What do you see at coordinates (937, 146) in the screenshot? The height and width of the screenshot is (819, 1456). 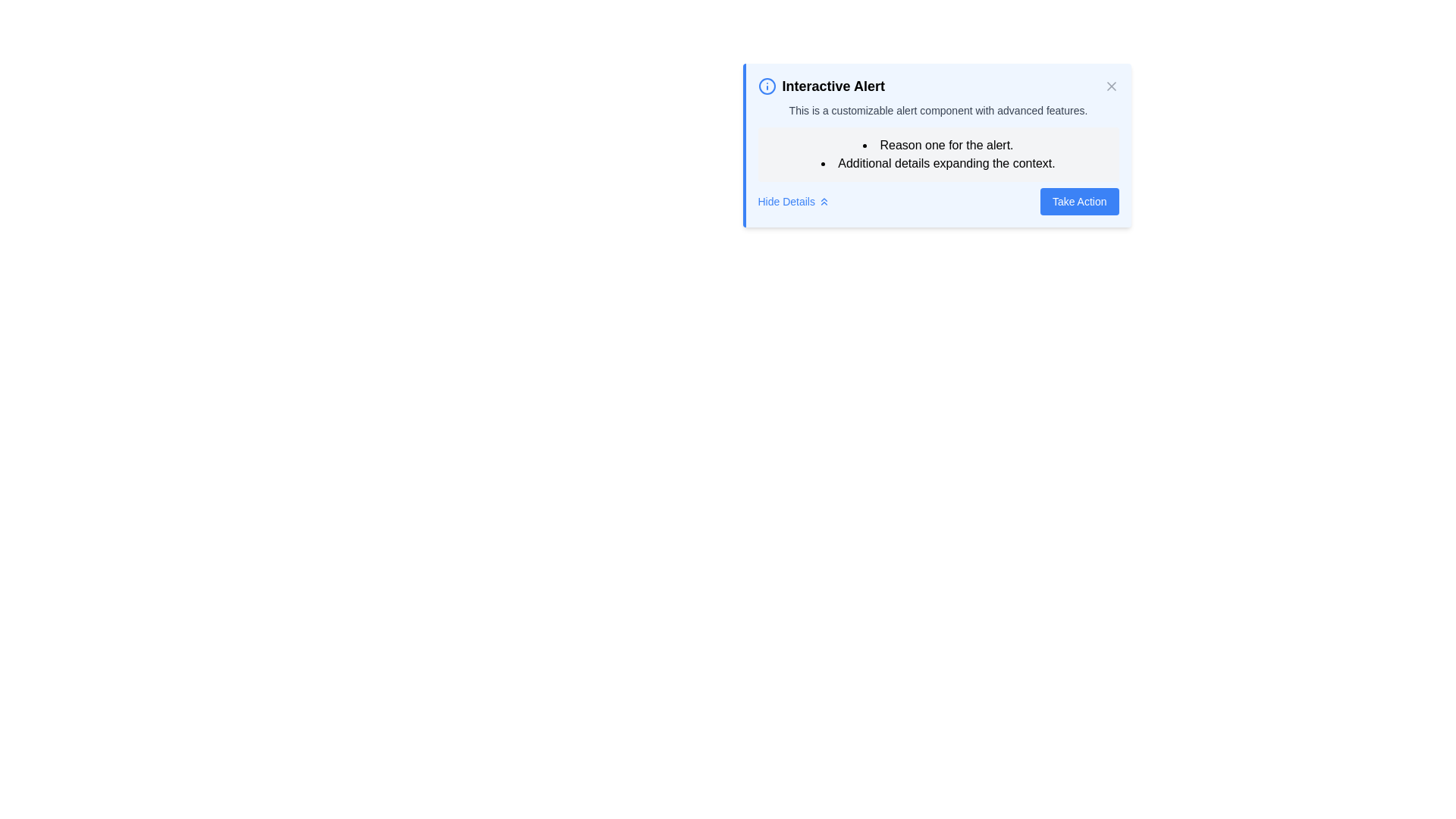 I see `first item in the bulleted list of the alert dialog titled 'Interactive Alert' to understand its content` at bounding box center [937, 146].